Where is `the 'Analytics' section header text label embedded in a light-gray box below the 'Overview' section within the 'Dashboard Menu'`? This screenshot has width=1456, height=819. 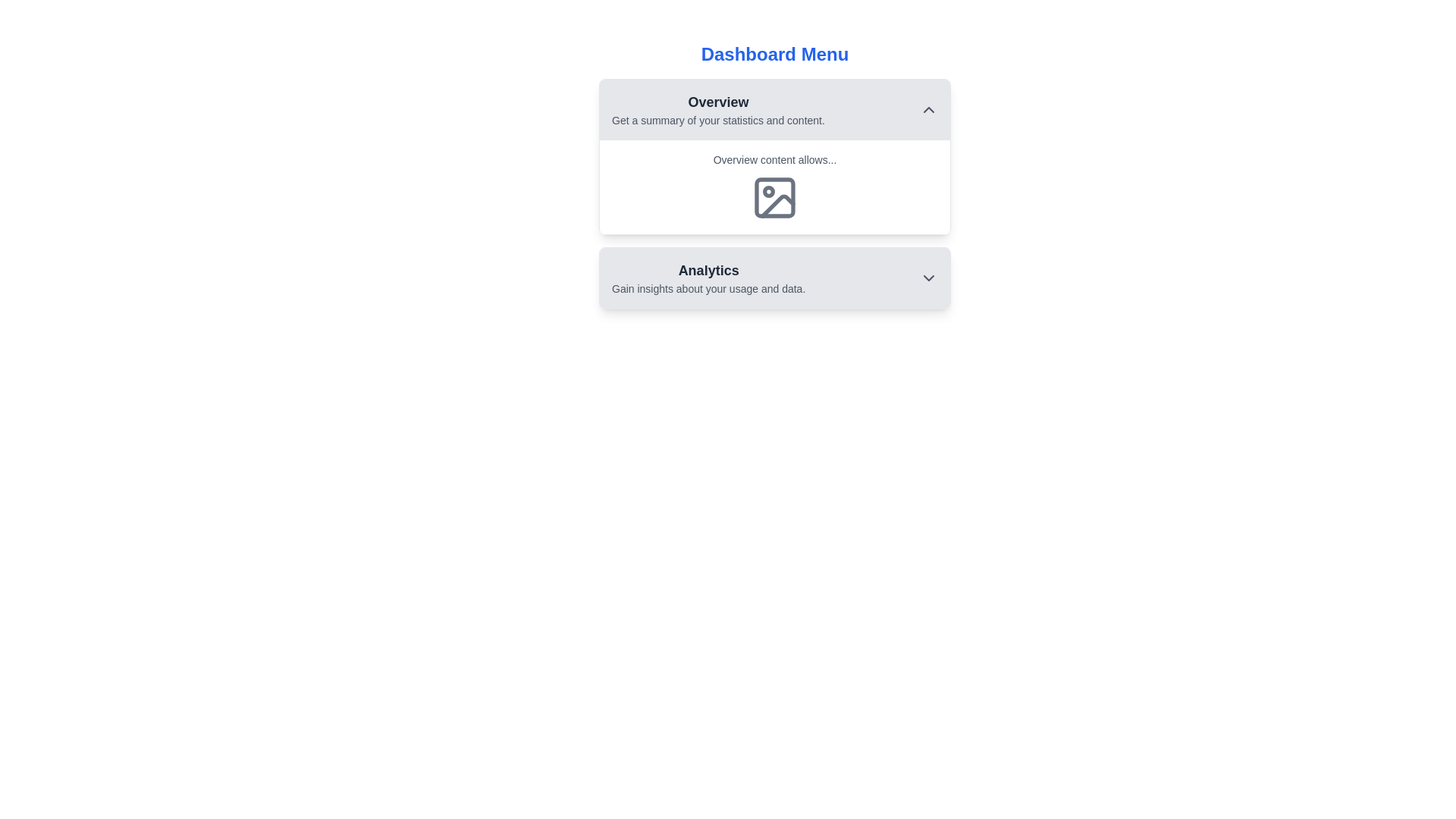
the 'Analytics' section header text label embedded in a light-gray box below the 'Overview' section within the 'Dashboard Menu' is located at coordinates (708, 270).